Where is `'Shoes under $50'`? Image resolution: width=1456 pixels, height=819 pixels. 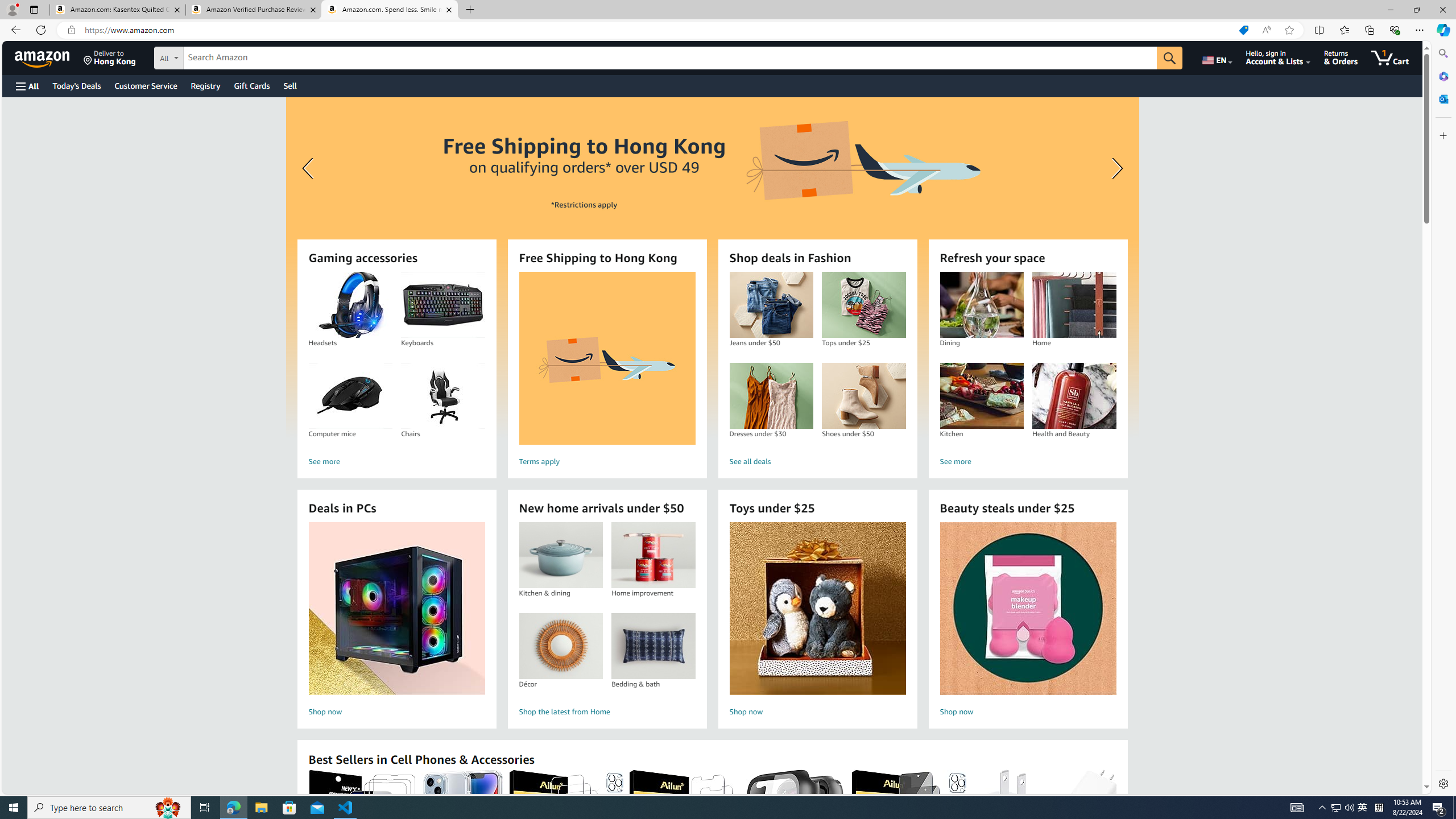
'Shoes under $50' is located at coordinates (863, 396).